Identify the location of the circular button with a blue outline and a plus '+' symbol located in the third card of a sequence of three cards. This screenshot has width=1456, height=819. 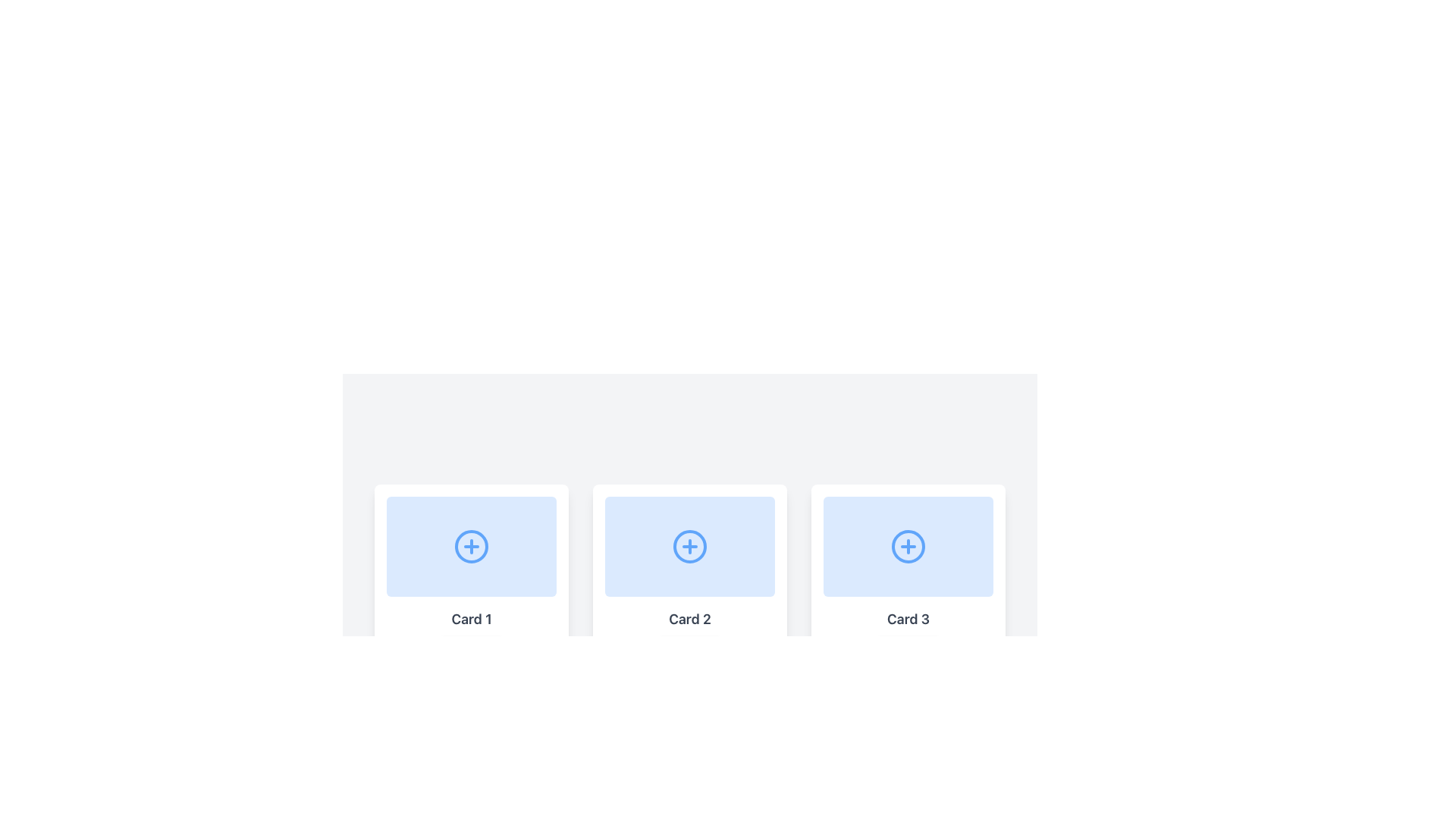
(908, 547).